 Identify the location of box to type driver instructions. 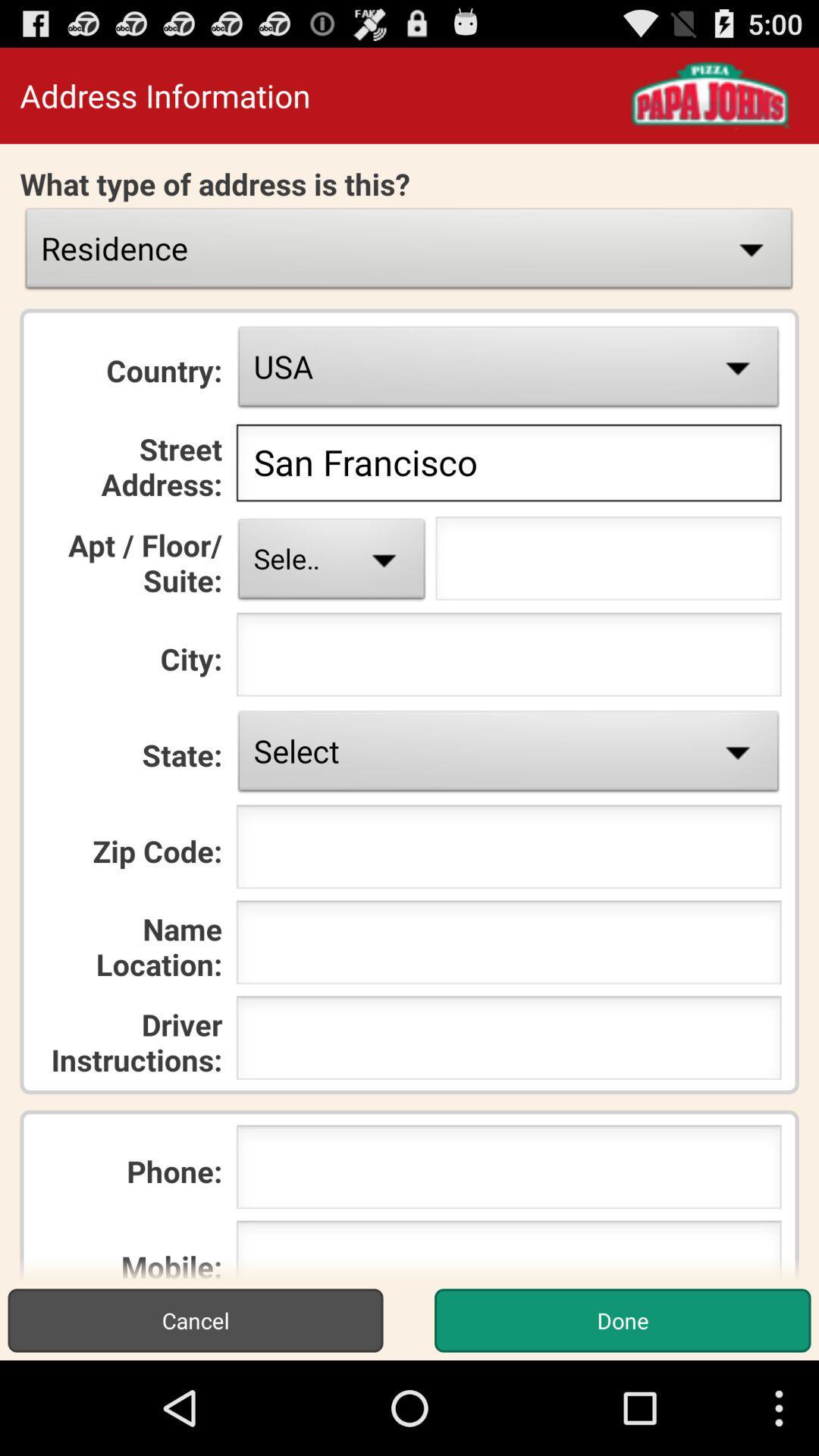
(509, 1041).